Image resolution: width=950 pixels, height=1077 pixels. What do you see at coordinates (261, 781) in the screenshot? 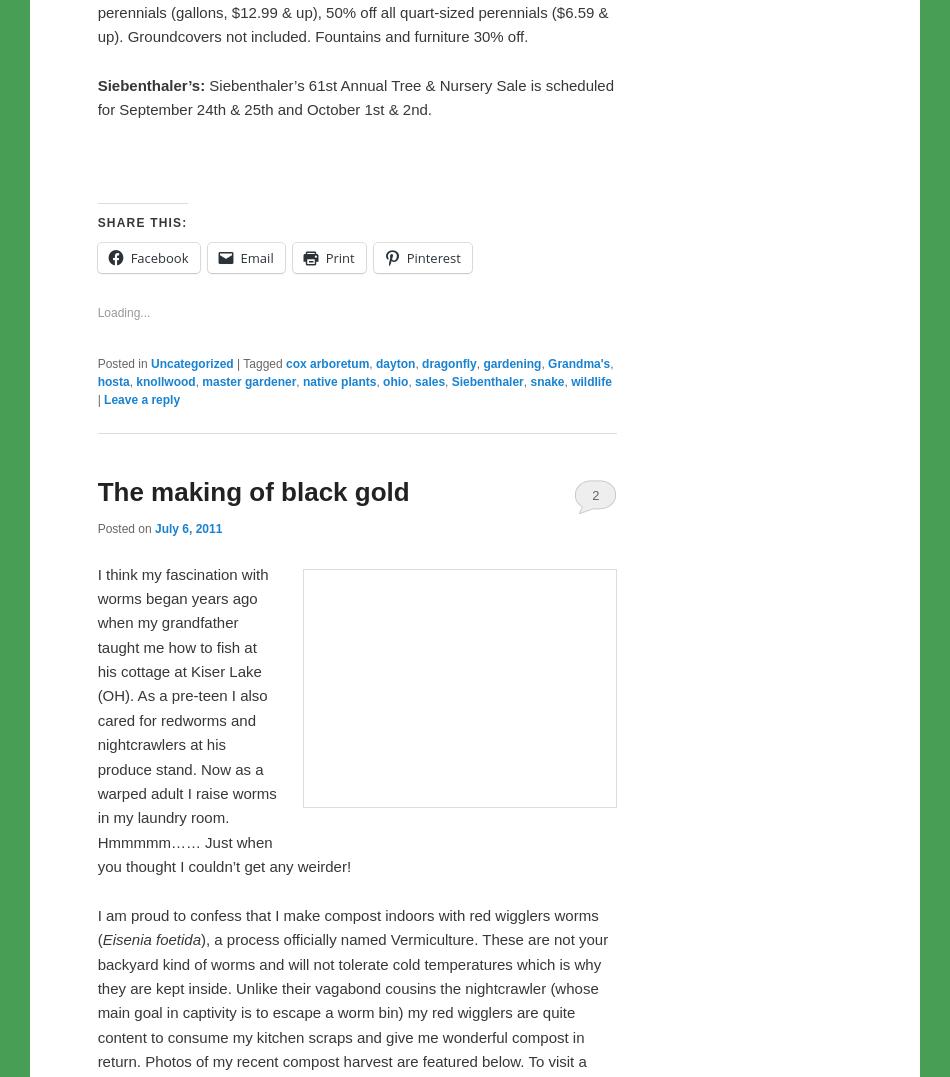
I see `'Tagged'` at bounding box center [261, 781].